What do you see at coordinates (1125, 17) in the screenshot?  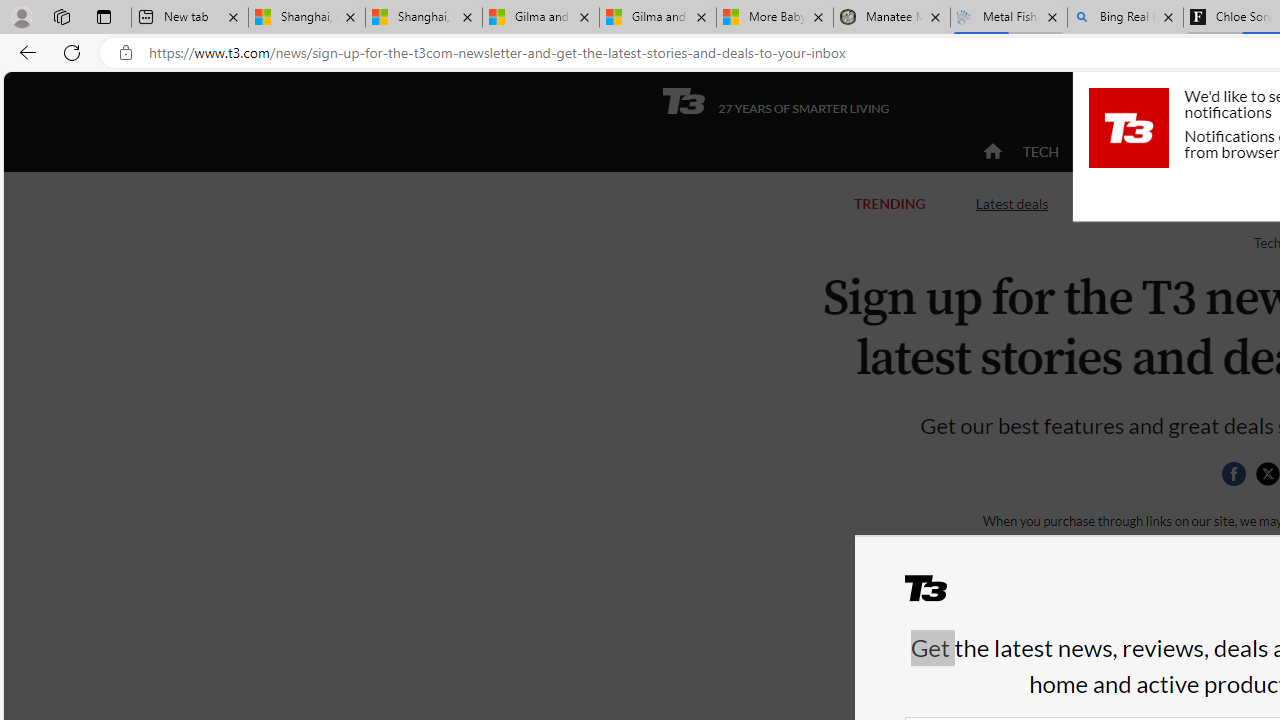 I see `'Bing Real Estate - Home sales and rental listings'` at bounding box center [1125, 17].